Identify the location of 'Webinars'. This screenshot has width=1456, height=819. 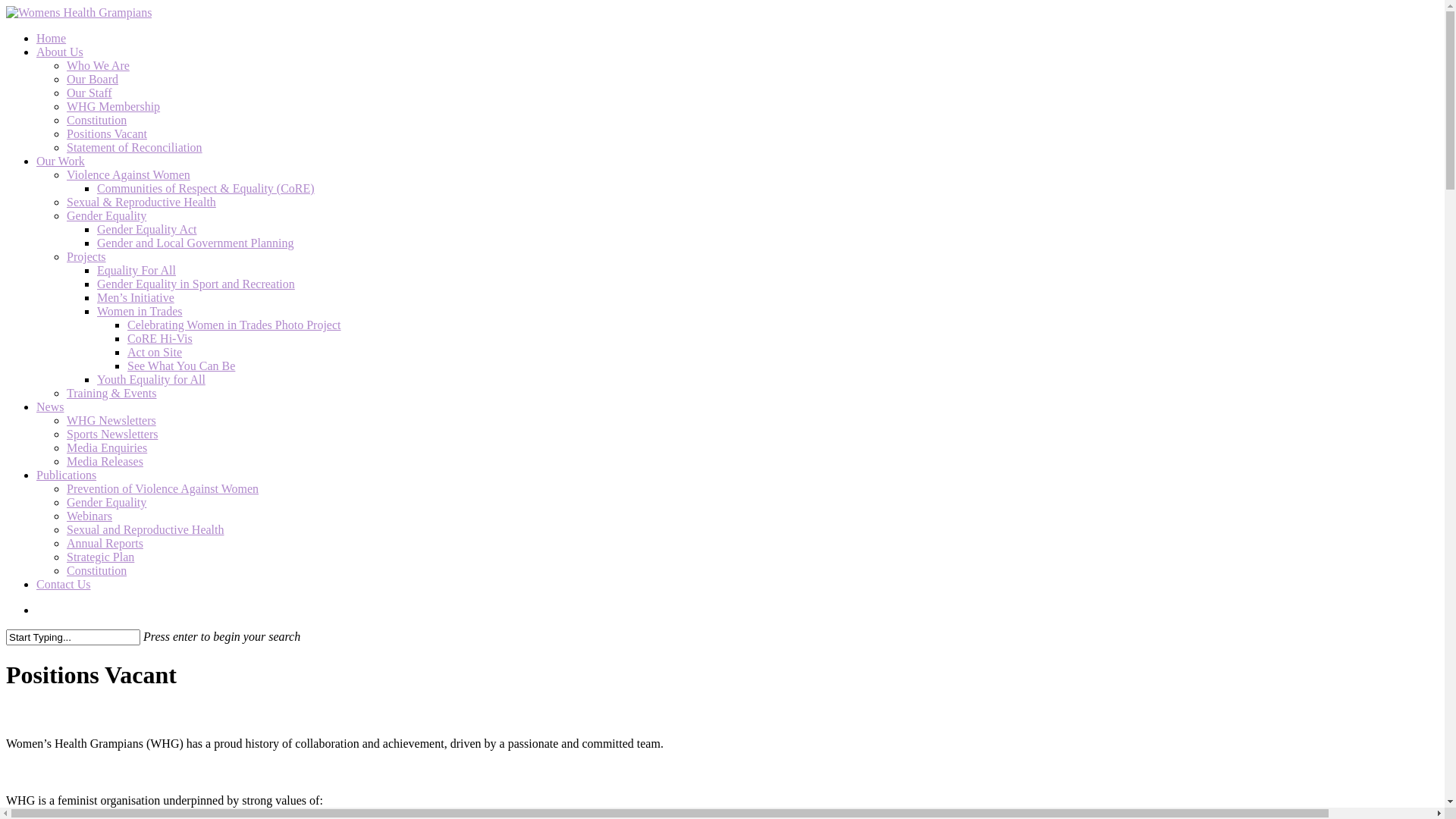
(65, 515).